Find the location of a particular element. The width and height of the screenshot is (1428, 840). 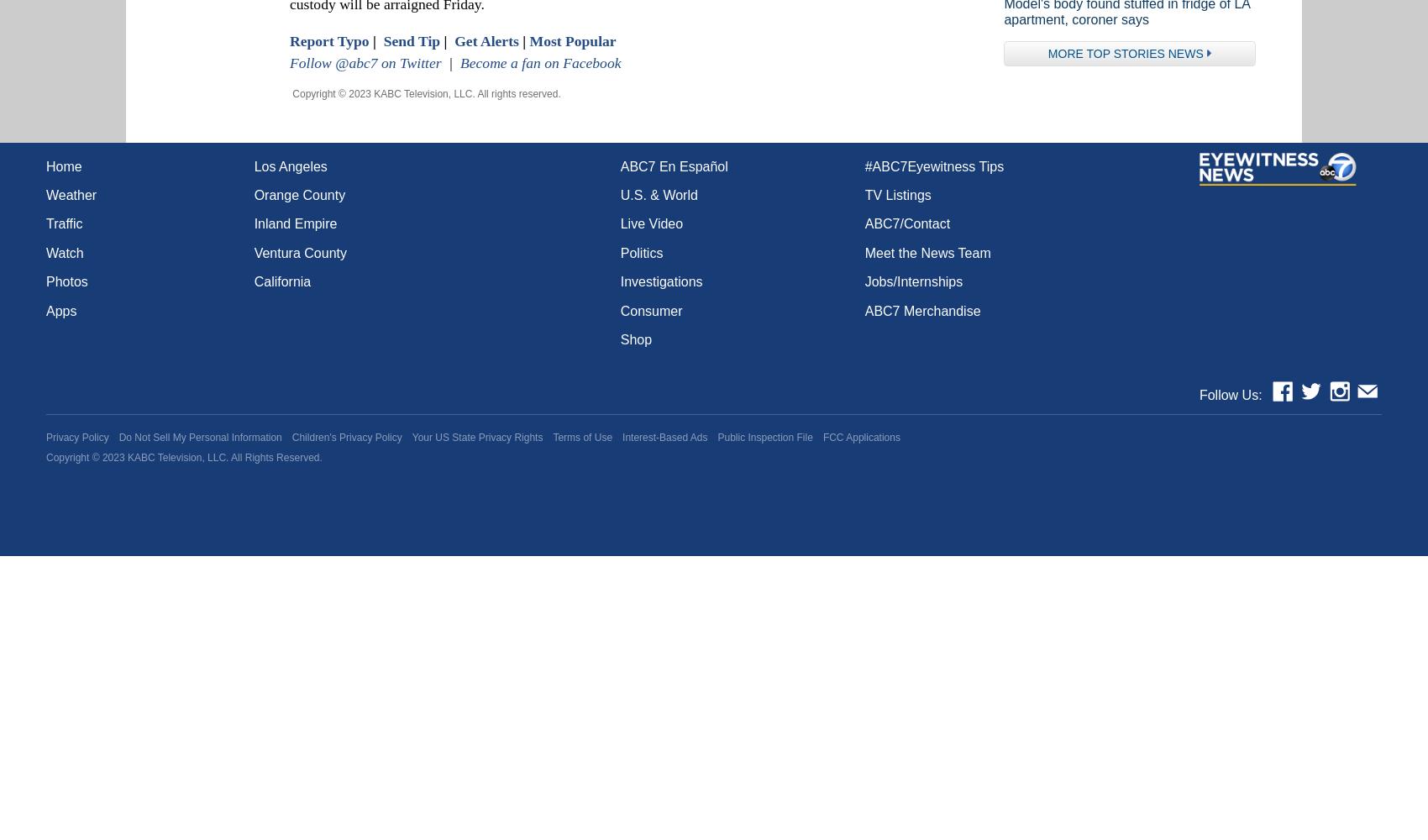

'Interest-Based Ads' is located at coordinates (664, 437).